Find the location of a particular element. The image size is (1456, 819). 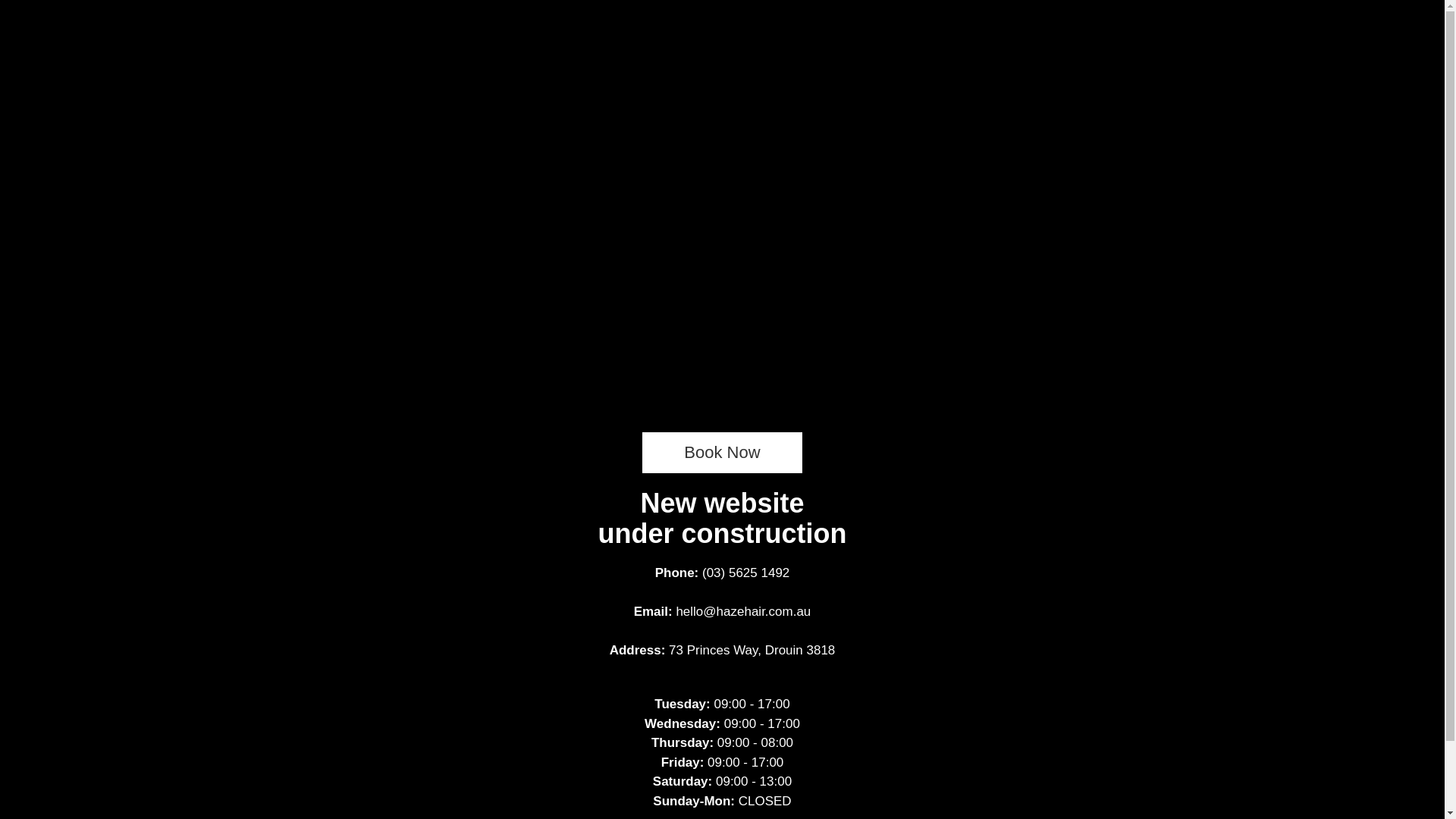

'Book Now' is located at coordinates (642, 452).